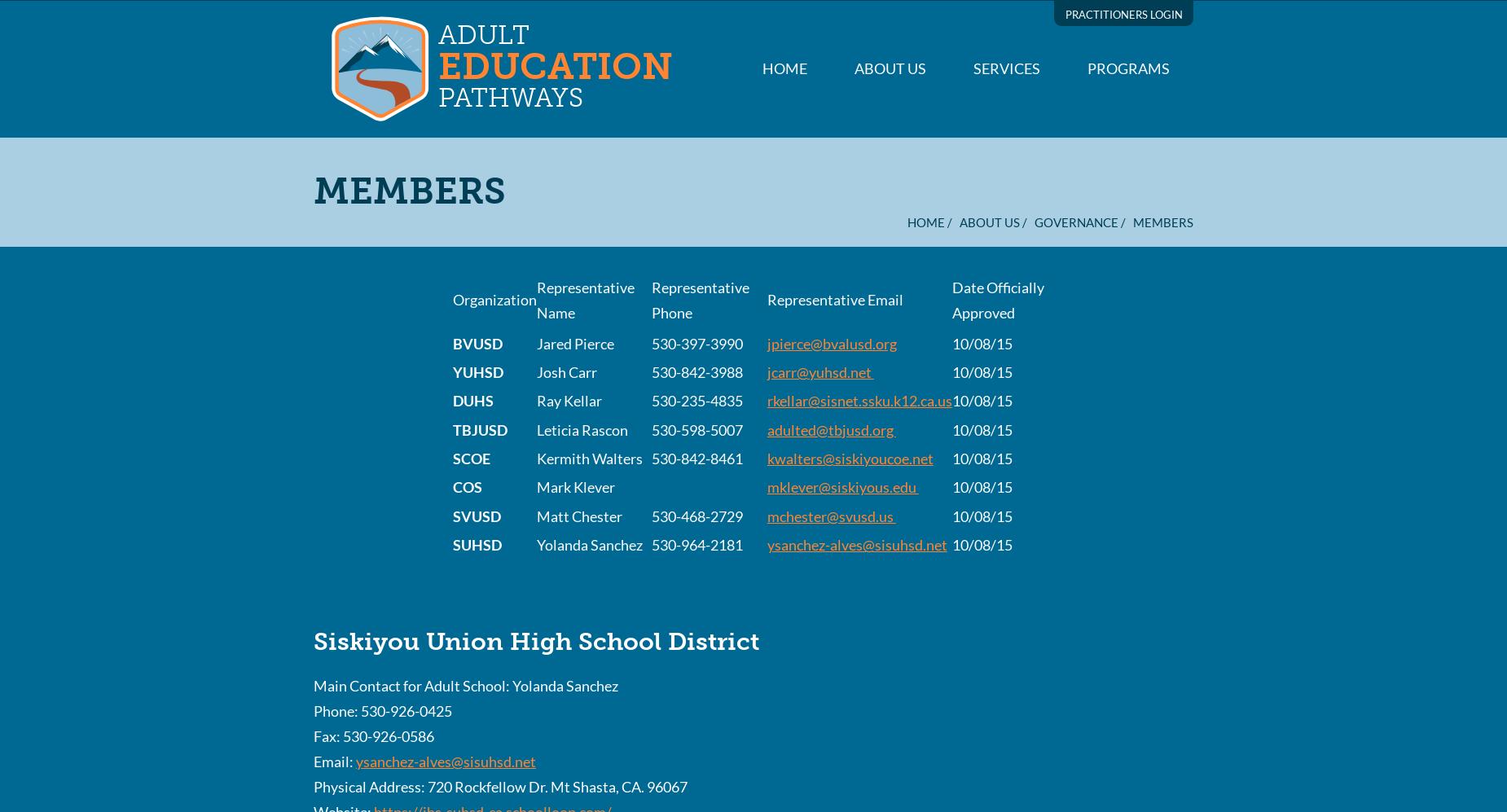  What do you see at coordinates (478, 383) in the screenshot?
I see `'Diploma Completion, GED Preparation, Internships,'` at bounding box center [478, 383].